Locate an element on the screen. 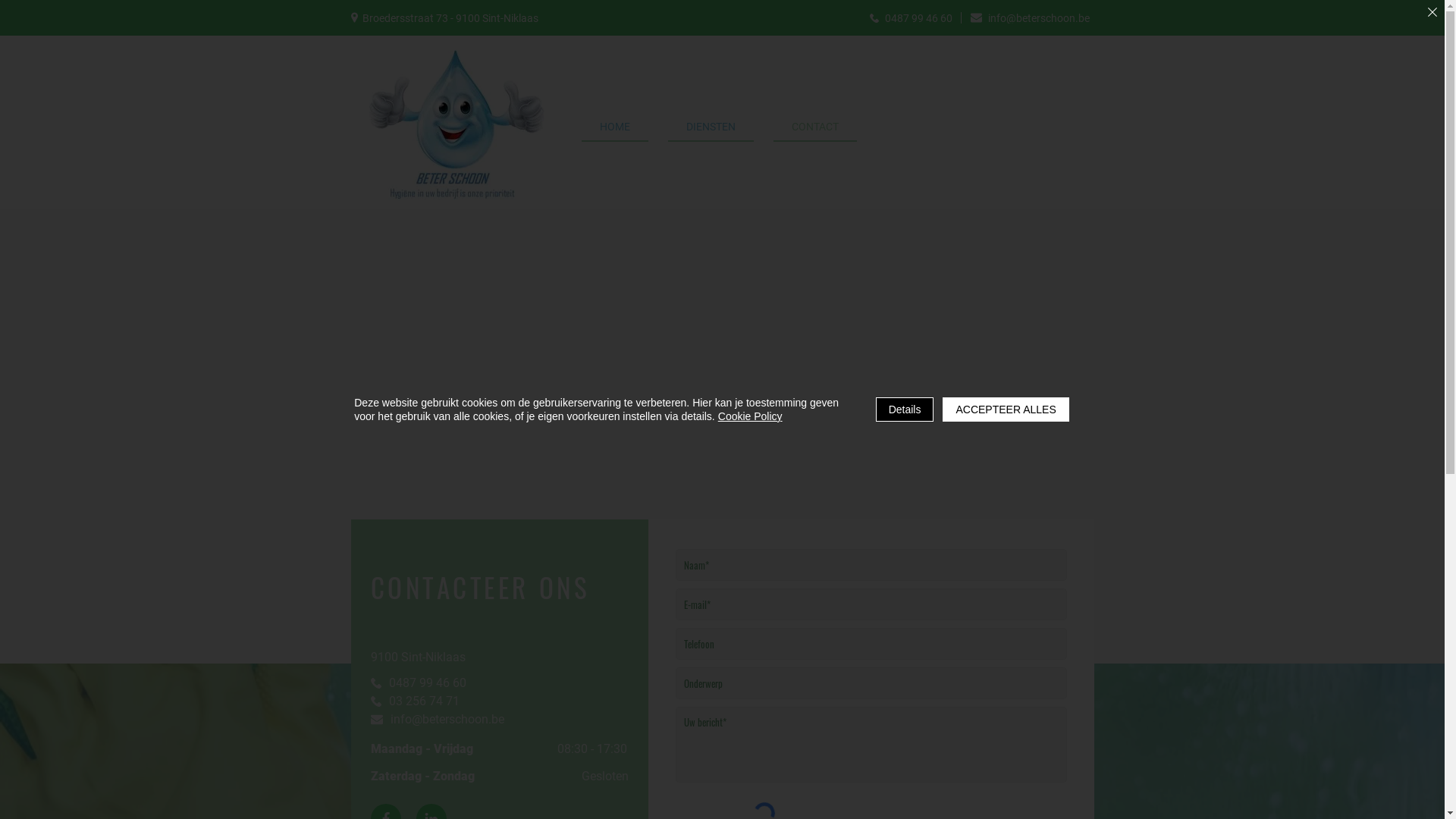 Image resolution: width=1456 pixels, height=819 pixels. 'Cookie Policy' is located at coordinates (750, 416).